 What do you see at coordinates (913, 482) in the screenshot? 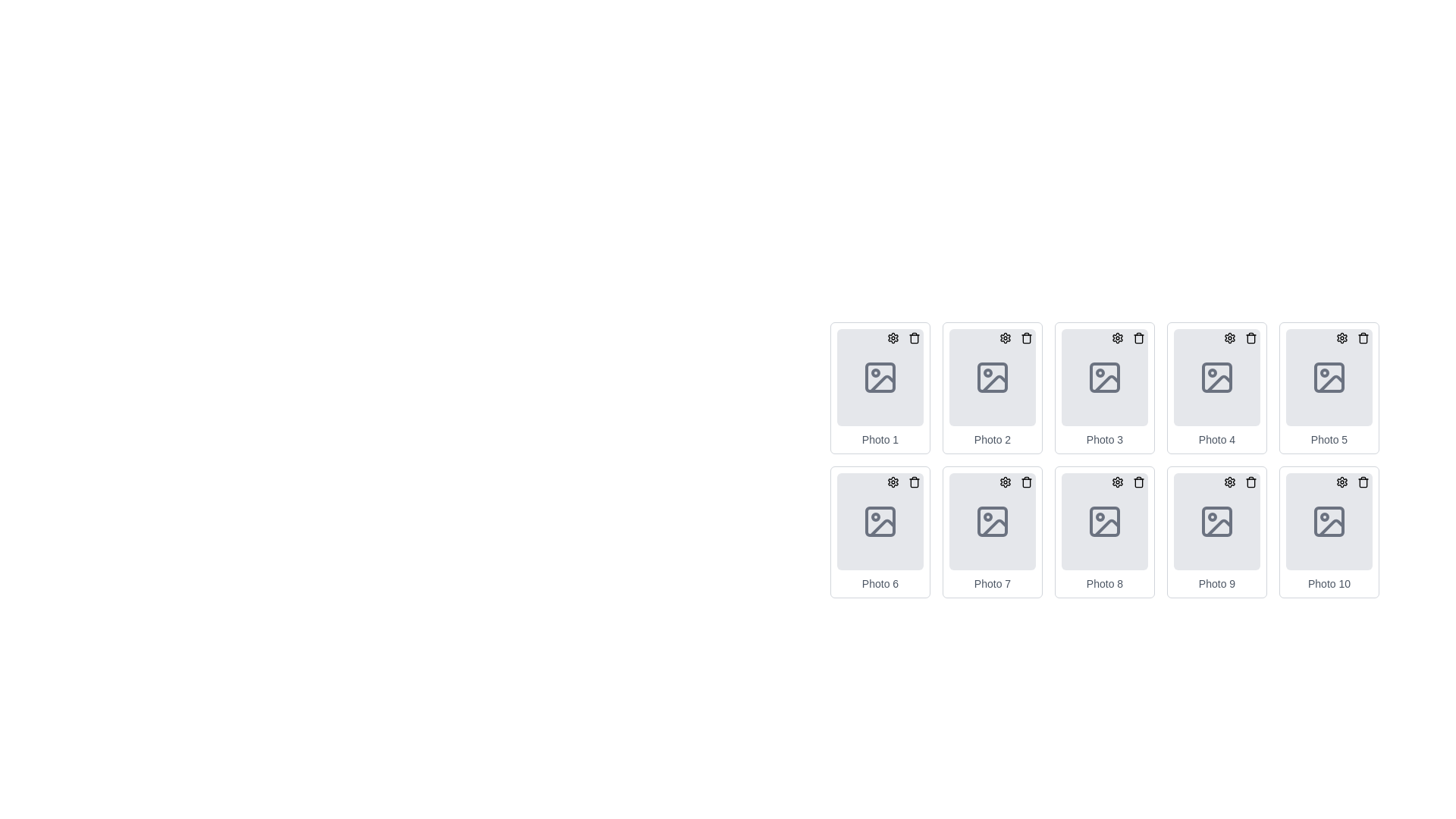
I see `the small rounded button with a trash can icon located in the top-right corner of the 'Photo 6' card` at bounding box center [913, 482].